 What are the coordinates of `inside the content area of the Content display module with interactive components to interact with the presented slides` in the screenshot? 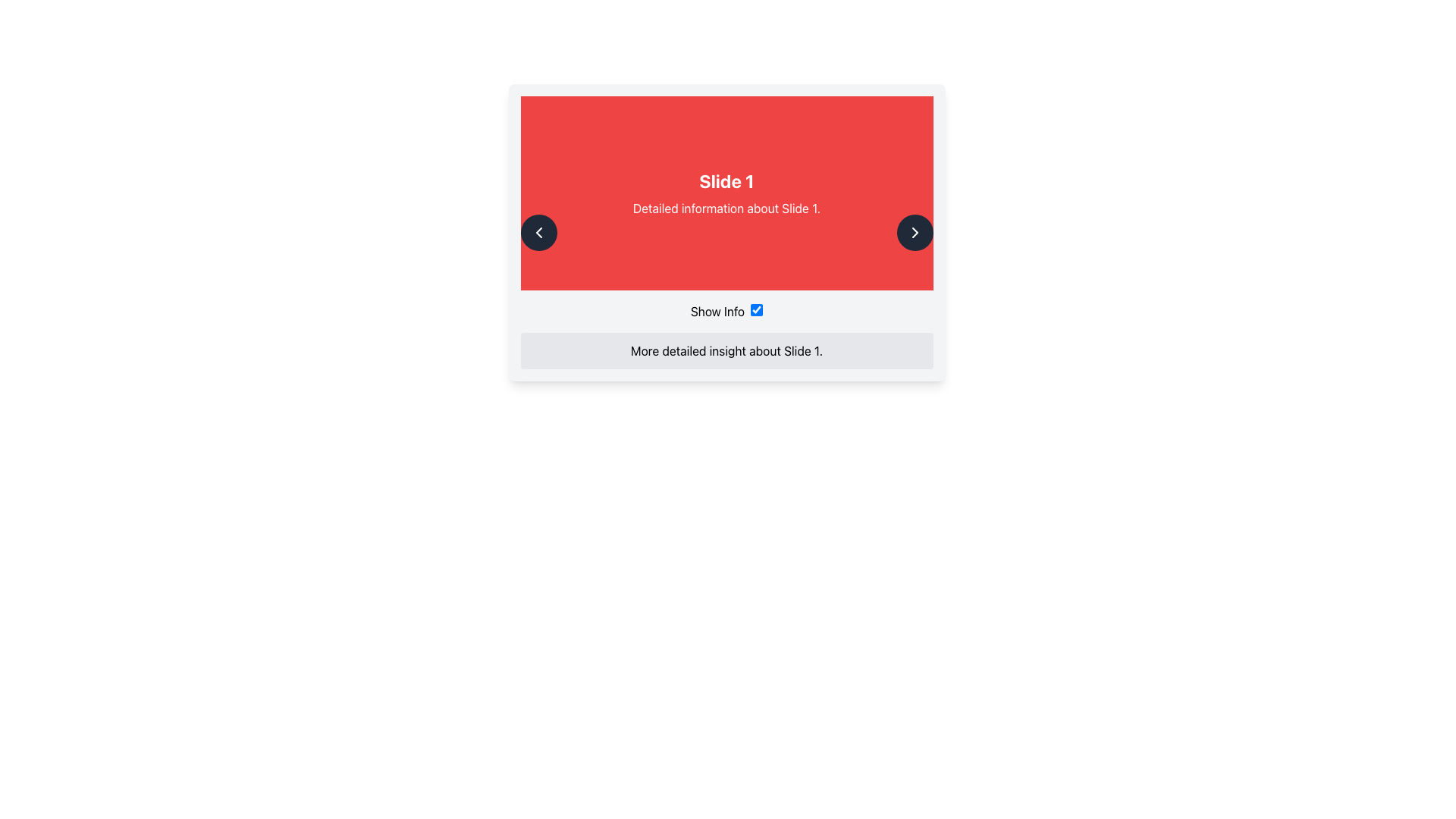 It's located at (726, 233).